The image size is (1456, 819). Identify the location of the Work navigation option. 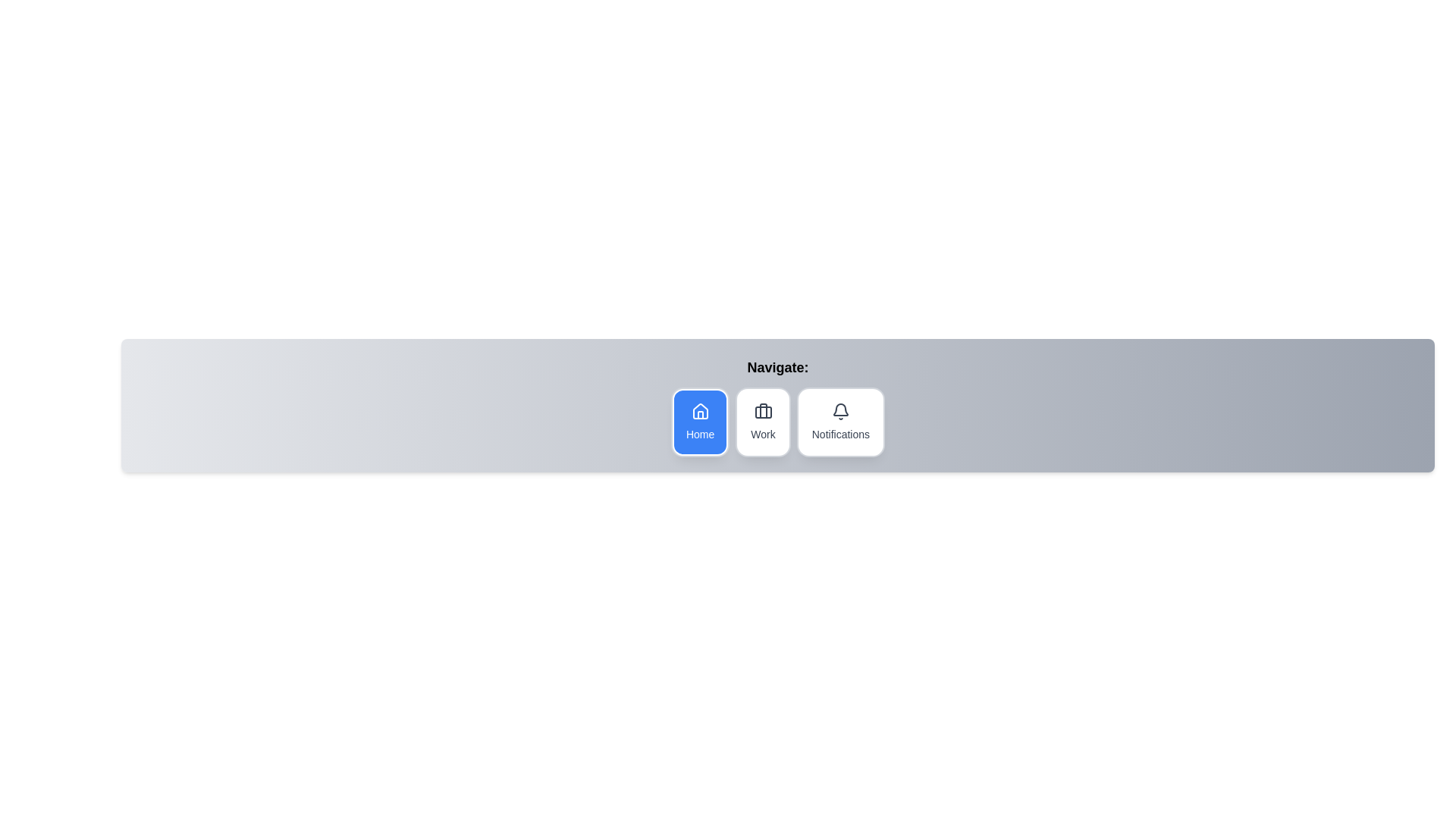
(763, 422).